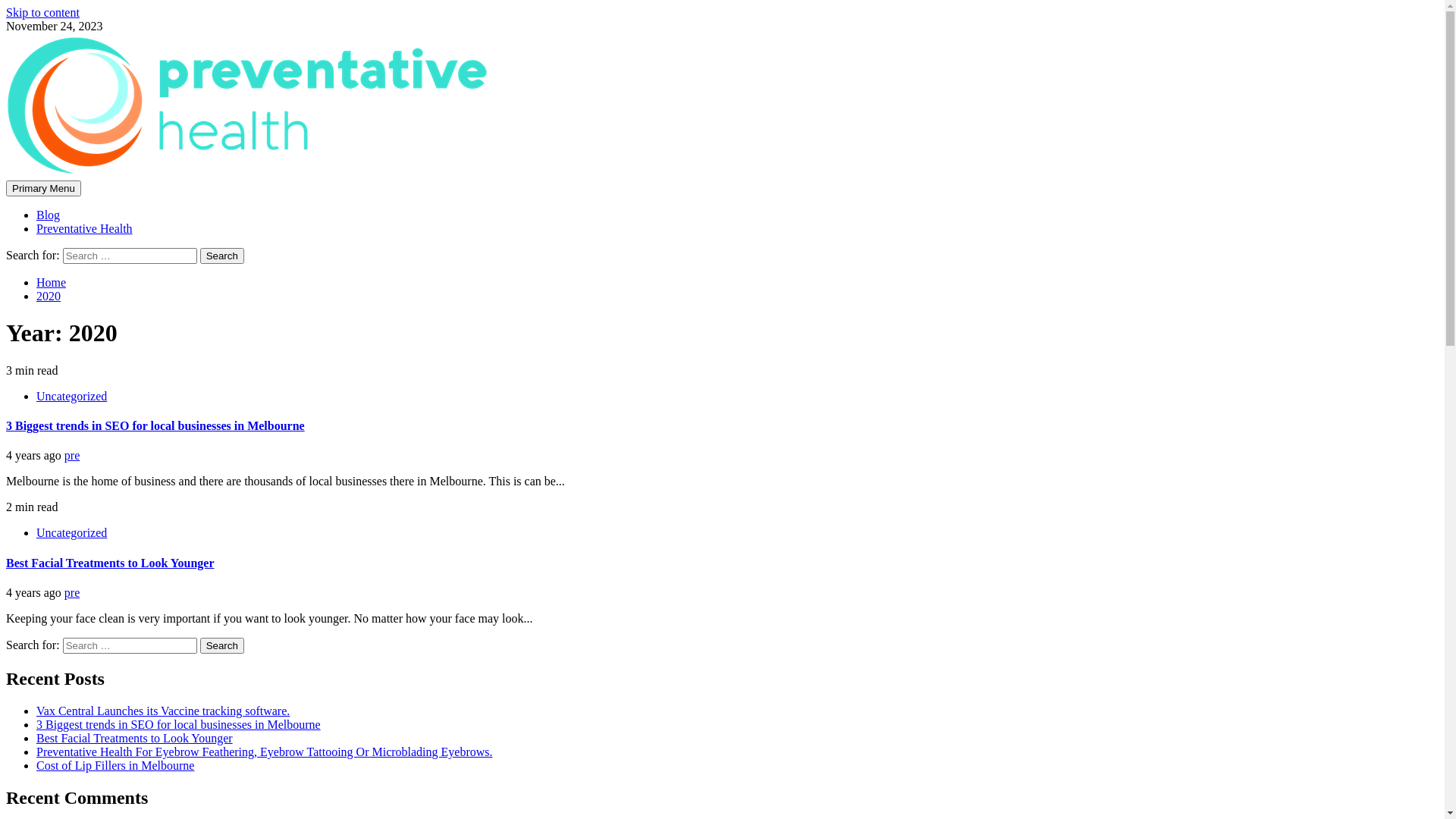  Describe the element at coordinates (42, 12) in the screenshot. I see `'Skip to content'` at that location.